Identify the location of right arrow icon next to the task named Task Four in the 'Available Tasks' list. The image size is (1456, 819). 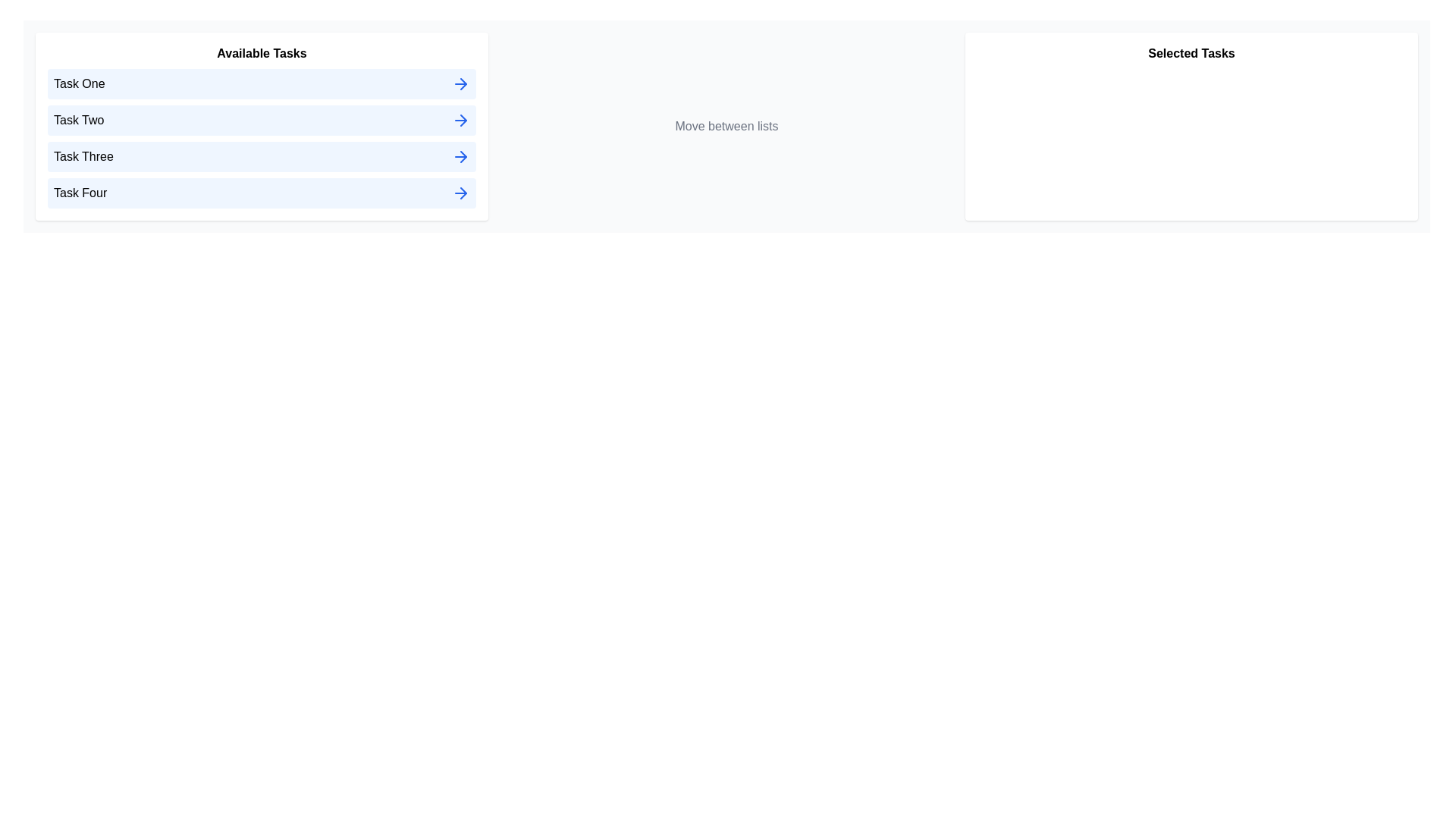
(460, 192).